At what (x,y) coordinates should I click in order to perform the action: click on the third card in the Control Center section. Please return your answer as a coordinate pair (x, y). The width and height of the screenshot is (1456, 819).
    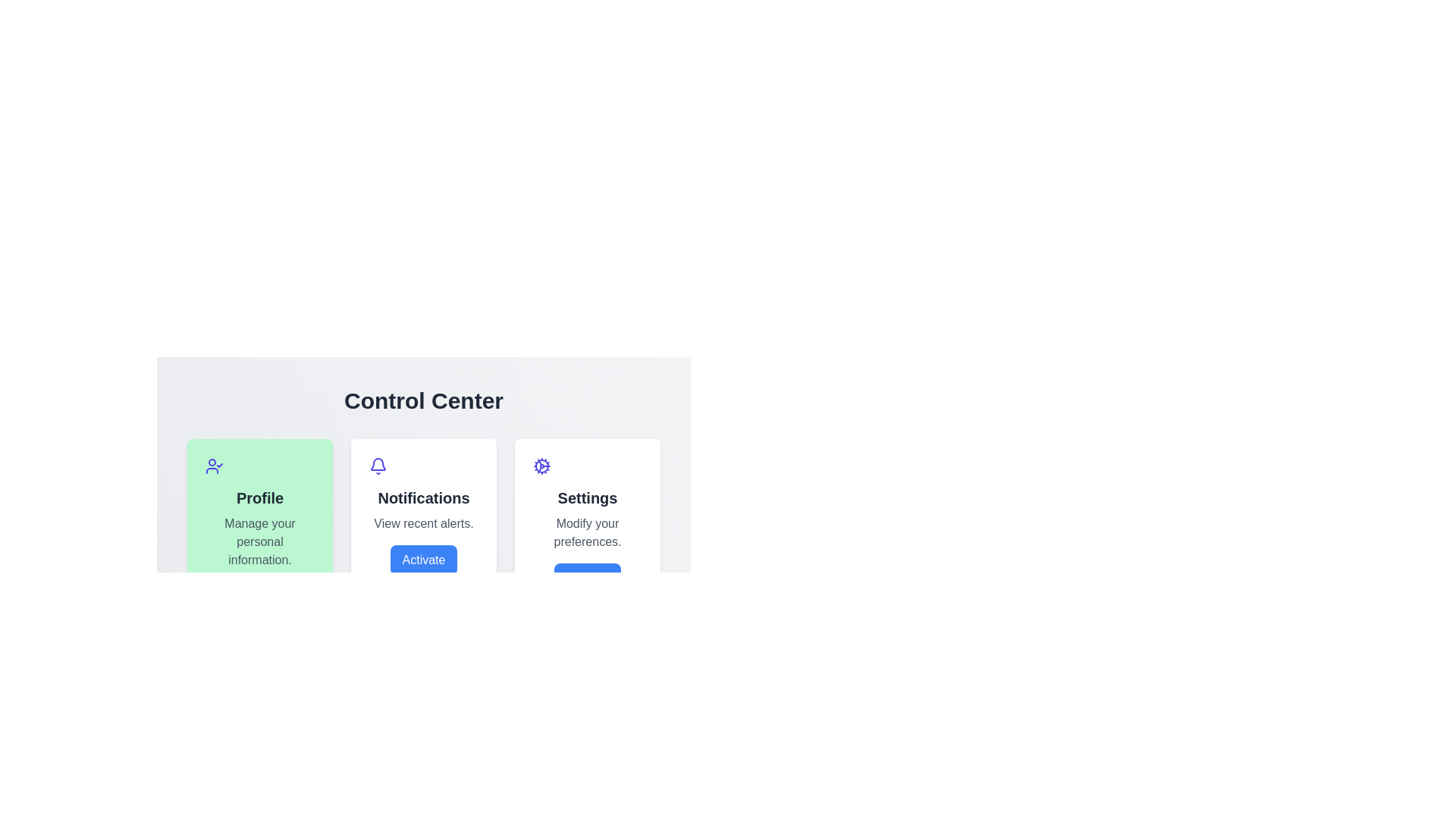
    Looking at the image, I should click on (586, 534).